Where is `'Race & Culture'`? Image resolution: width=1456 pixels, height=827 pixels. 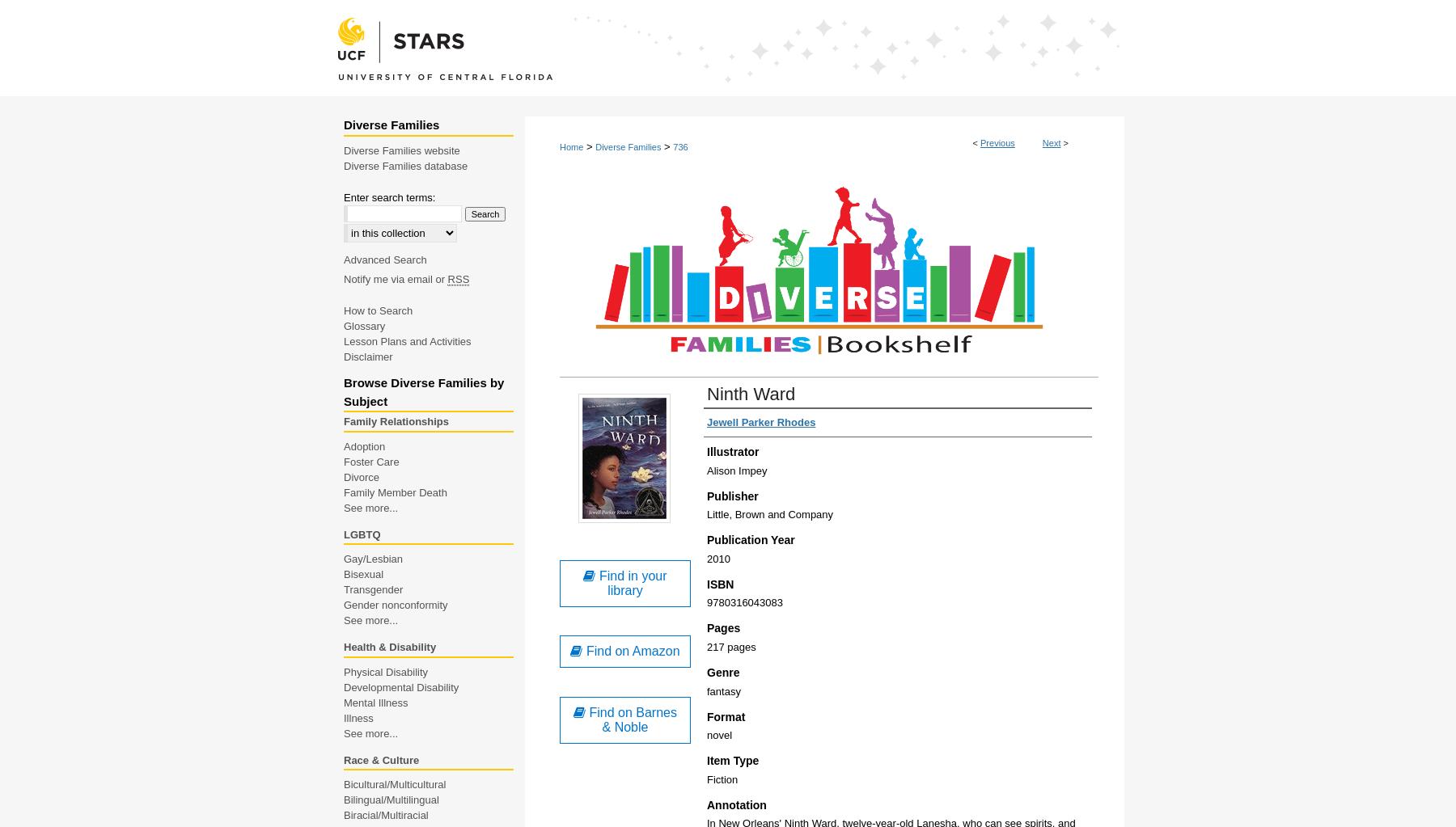
'Race & Culture' is located at coordinates (380, 758).